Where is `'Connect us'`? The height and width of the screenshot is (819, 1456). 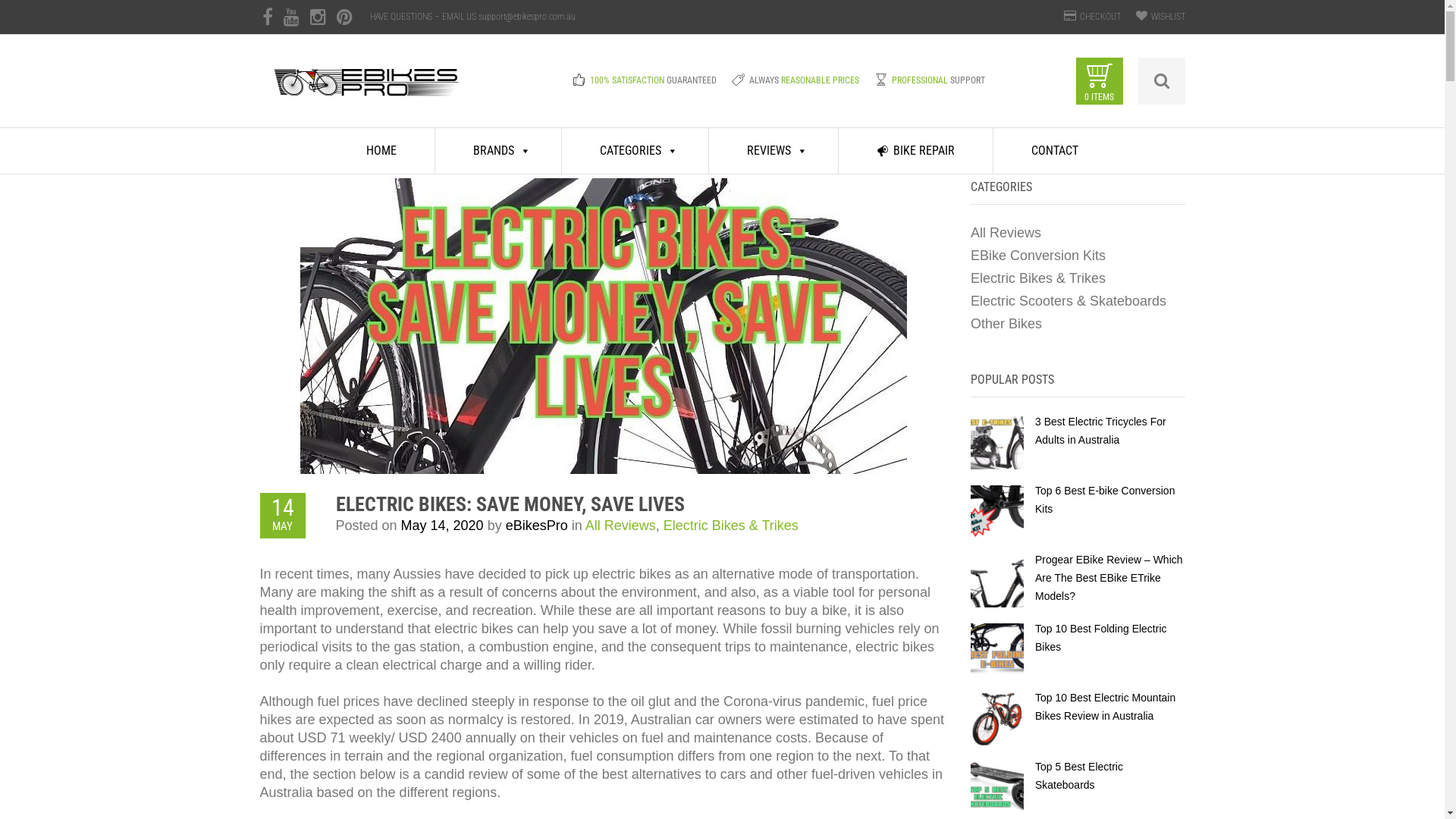 'Connect us' is located at coordinates (290, 17).